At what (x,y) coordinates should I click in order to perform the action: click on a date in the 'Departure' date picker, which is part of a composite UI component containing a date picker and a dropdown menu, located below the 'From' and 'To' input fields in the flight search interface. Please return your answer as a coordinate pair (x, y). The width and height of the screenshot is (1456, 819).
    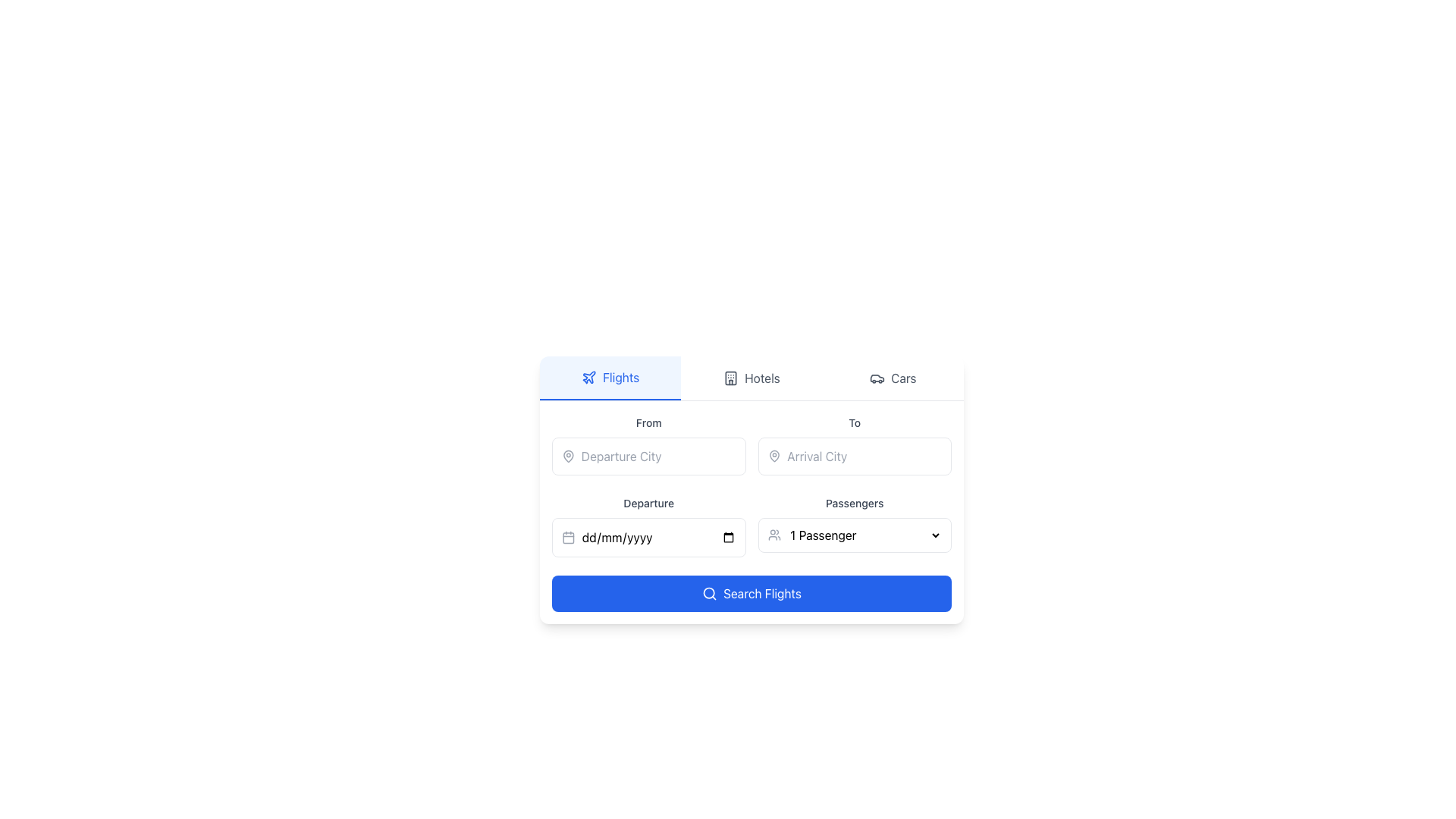
    Looking at the image, I should click on (752, 525).